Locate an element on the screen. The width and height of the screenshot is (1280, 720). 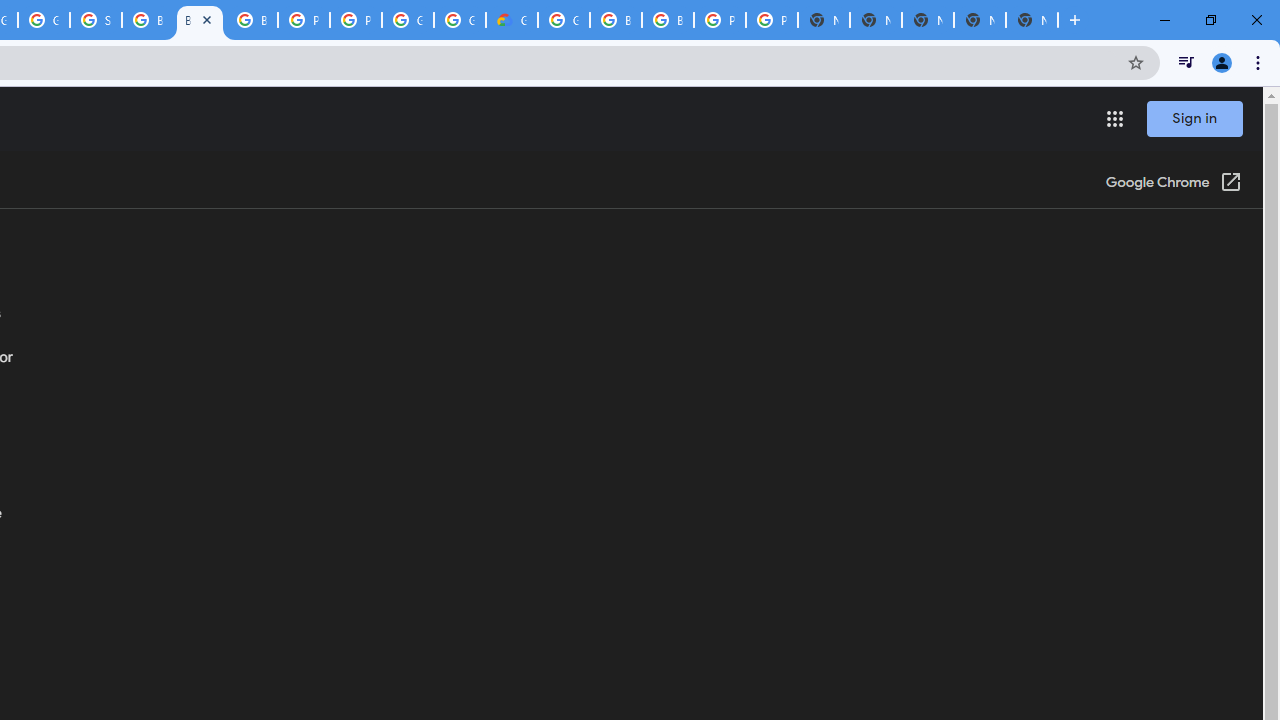
'New Tab' is located at coordinates (1032, 20).